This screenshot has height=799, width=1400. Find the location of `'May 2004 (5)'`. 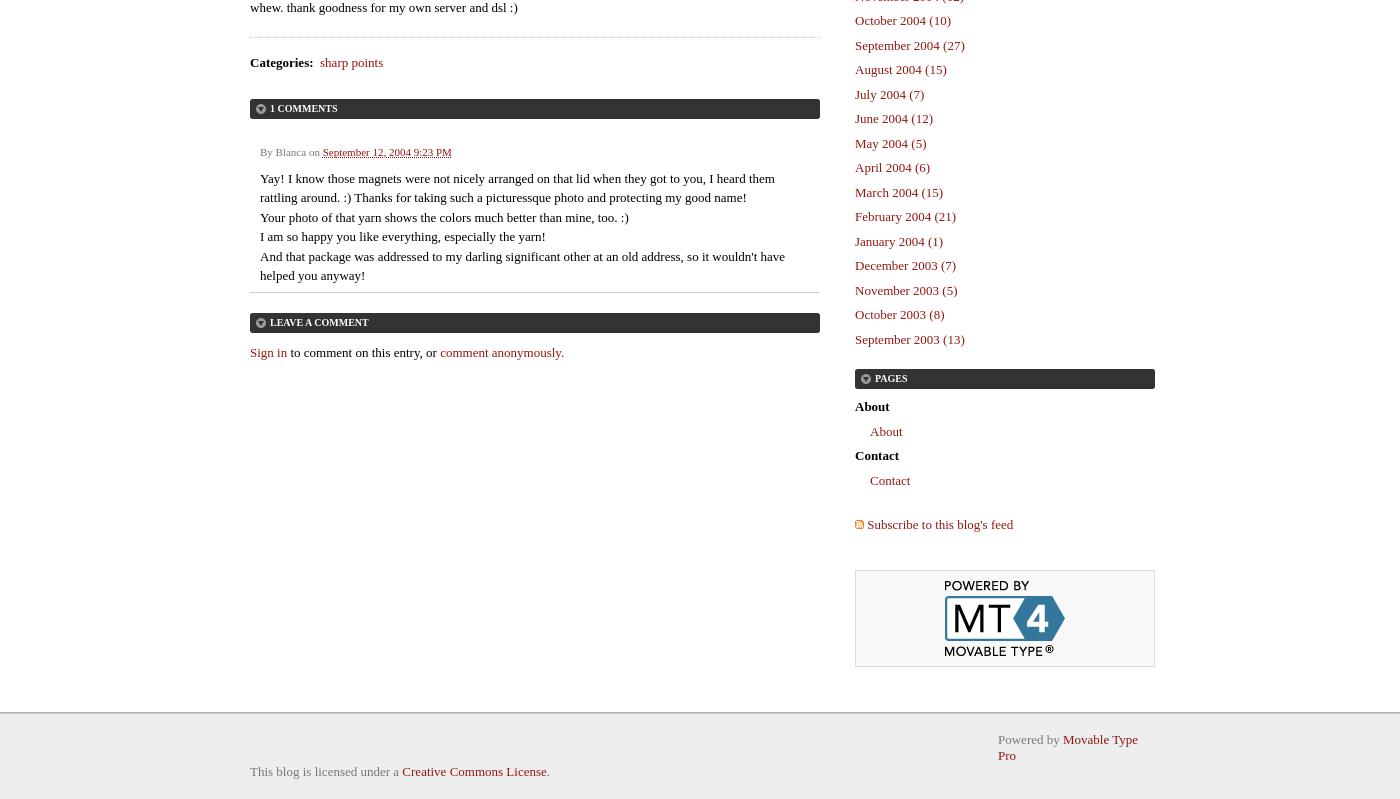

'May 2004 (5)' is located at coordinates (890, 142).